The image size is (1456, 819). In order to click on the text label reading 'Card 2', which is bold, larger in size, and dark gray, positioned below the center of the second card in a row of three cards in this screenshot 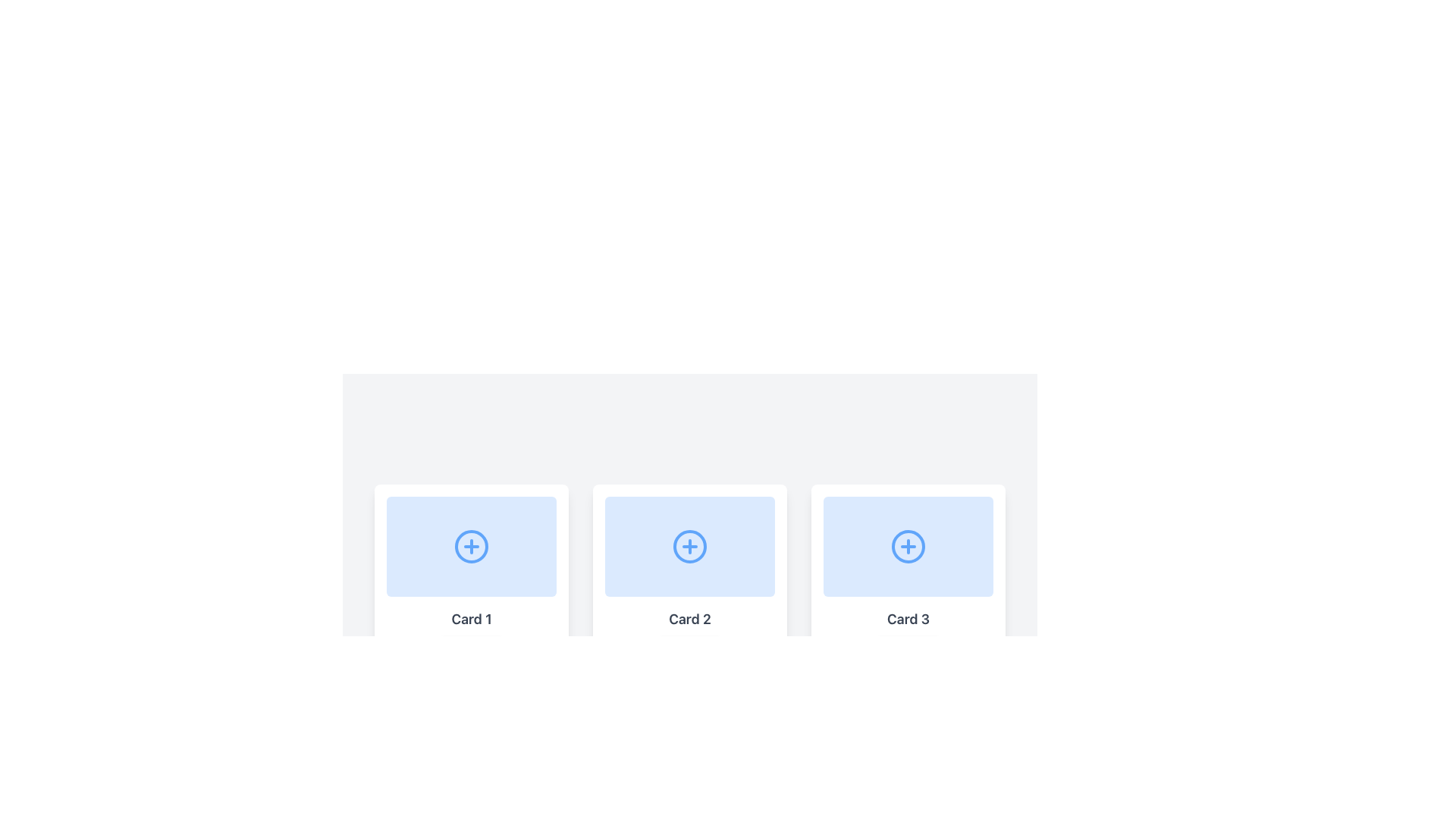, I will do `click(689, 620)`.